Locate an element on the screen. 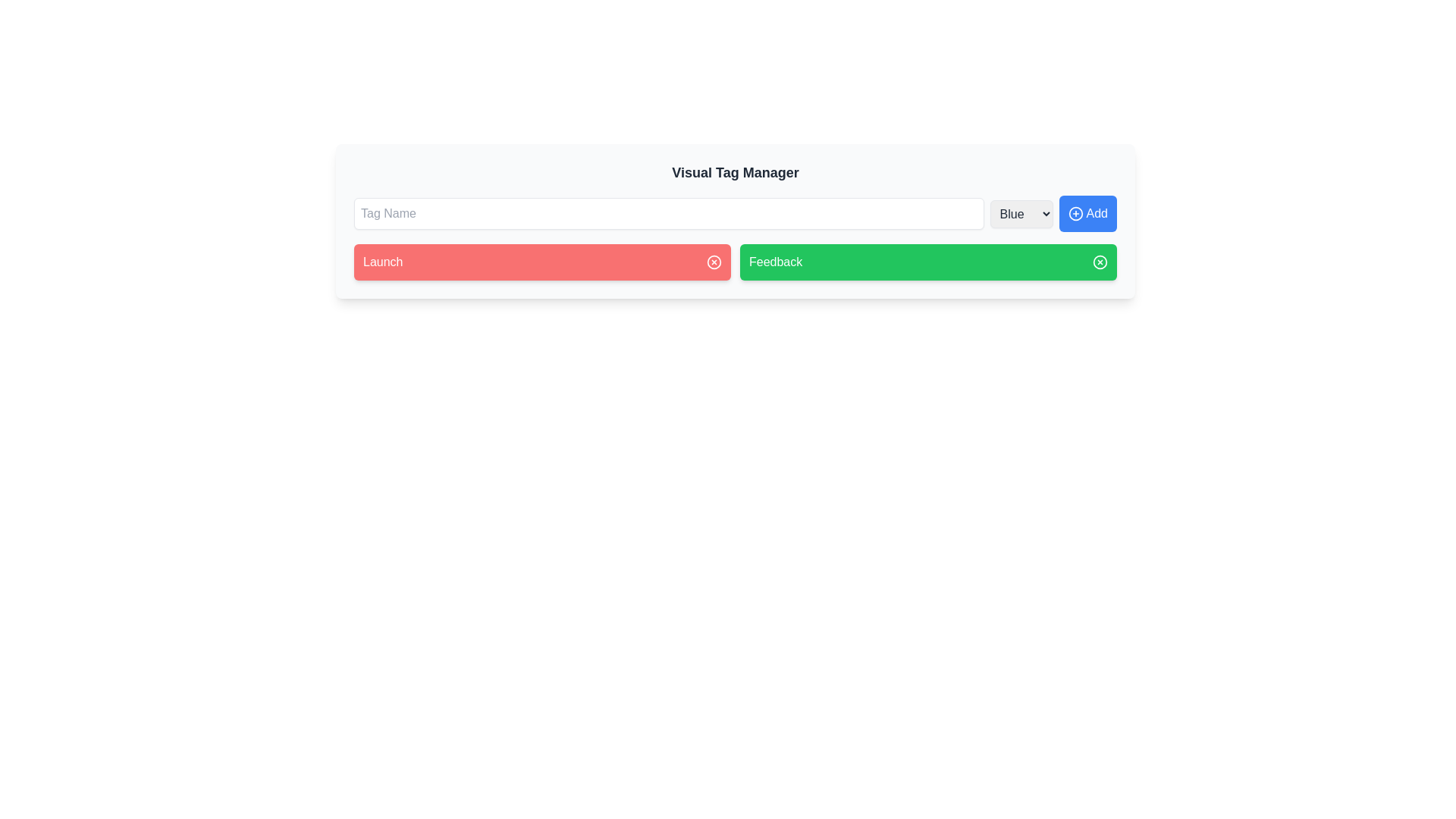 This screenshot has height=819, width=1456. the circular icon component that is part of the green feedback button located on the right-hand side of the interface is located at coordinates (1100, 262).